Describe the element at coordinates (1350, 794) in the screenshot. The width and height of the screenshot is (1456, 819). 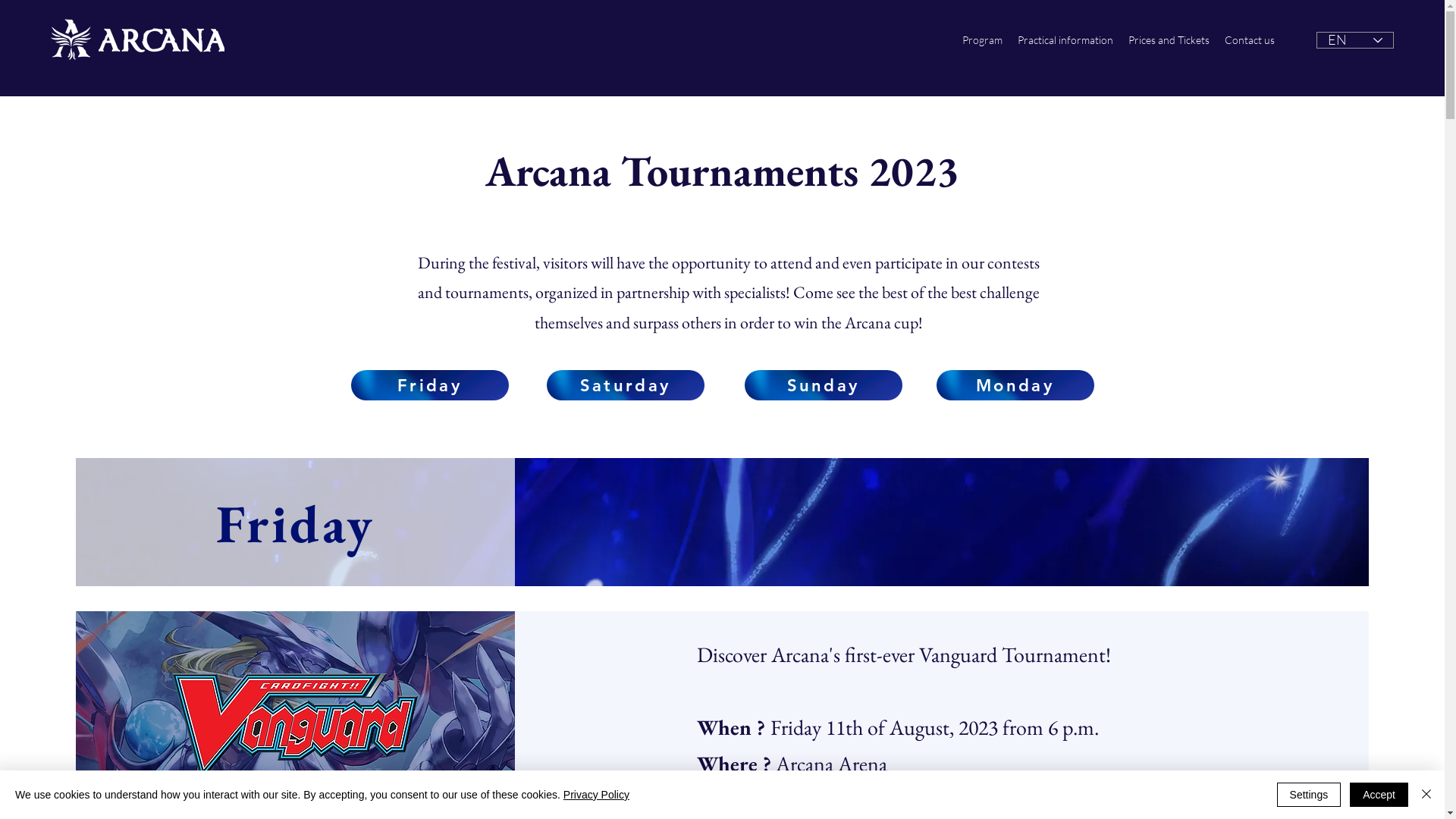
I see `'Accept'` at that location.